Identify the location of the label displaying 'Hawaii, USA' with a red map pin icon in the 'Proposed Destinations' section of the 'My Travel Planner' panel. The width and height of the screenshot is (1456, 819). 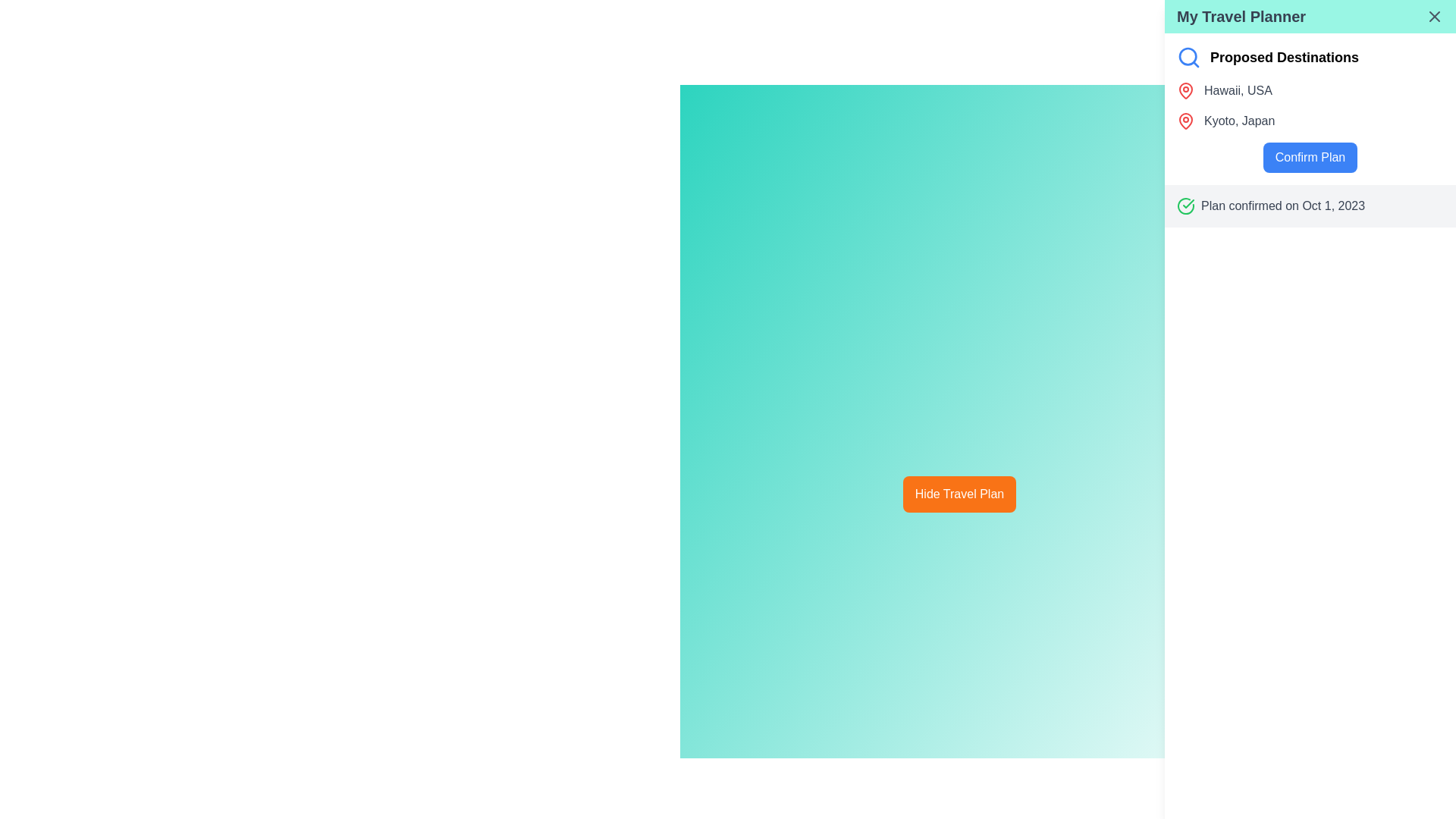
(1310, 90).